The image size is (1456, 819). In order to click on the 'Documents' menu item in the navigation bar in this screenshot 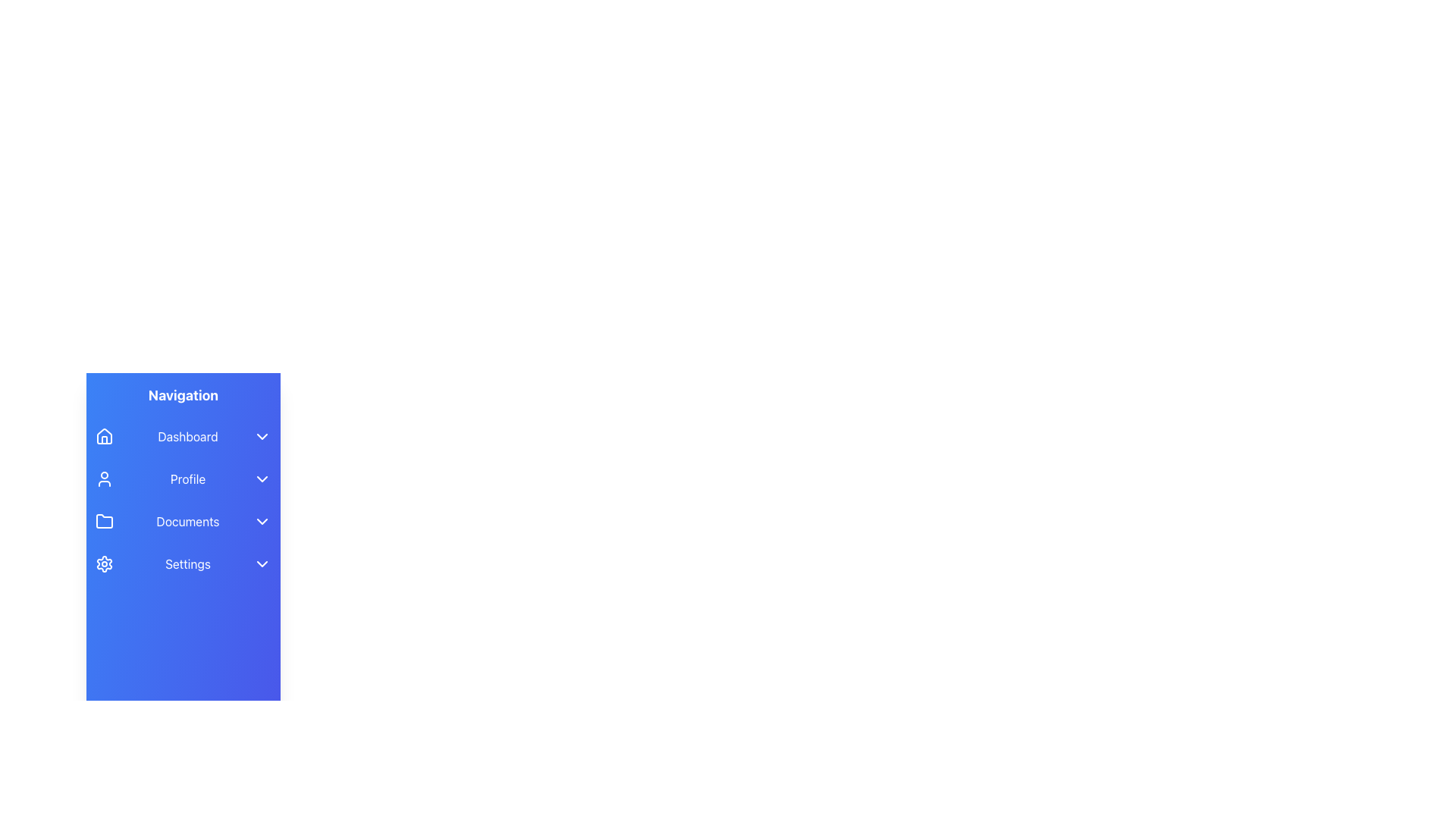, I will do `click(182, 520)`.